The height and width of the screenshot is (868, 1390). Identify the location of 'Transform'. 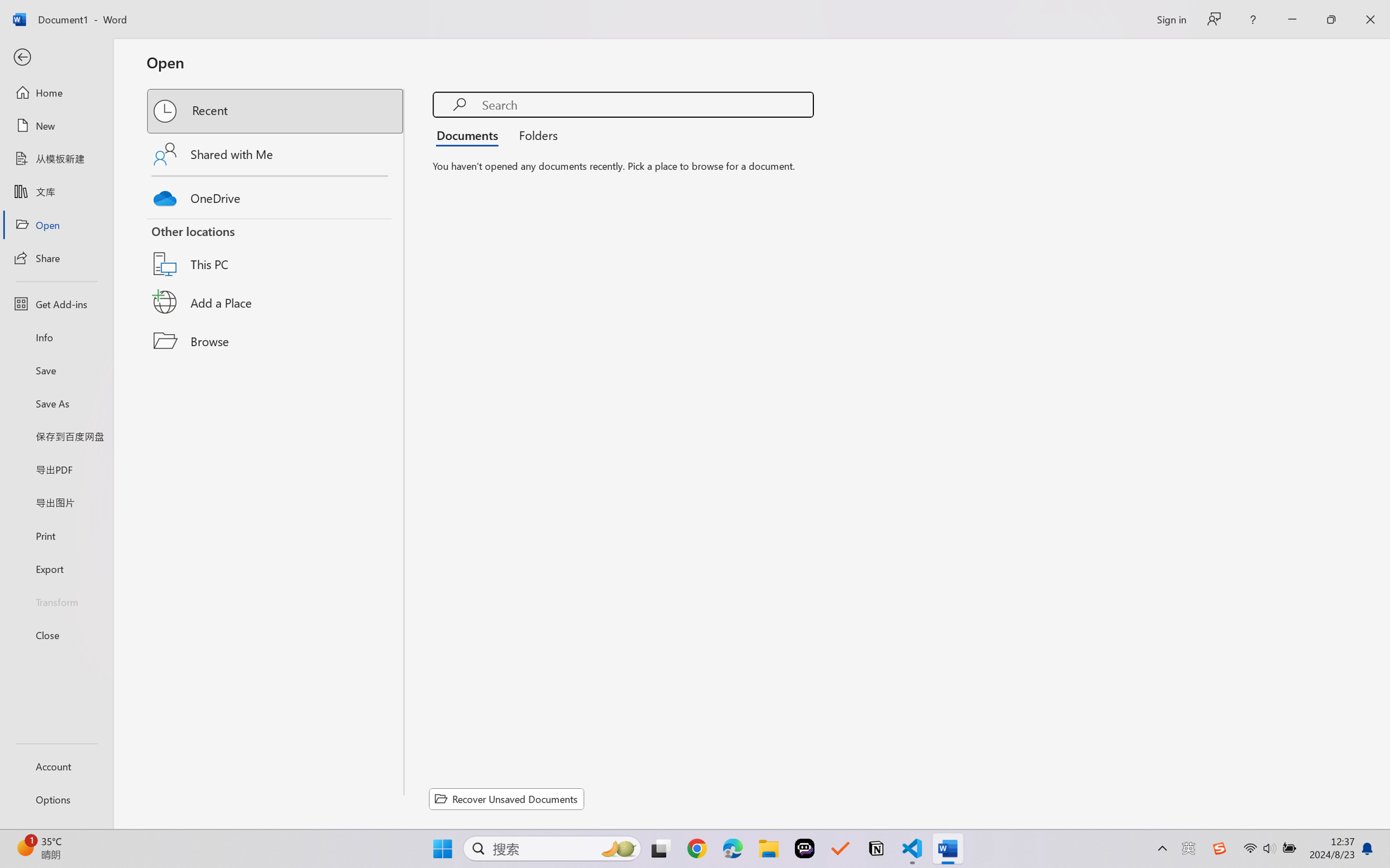
(56, 600).